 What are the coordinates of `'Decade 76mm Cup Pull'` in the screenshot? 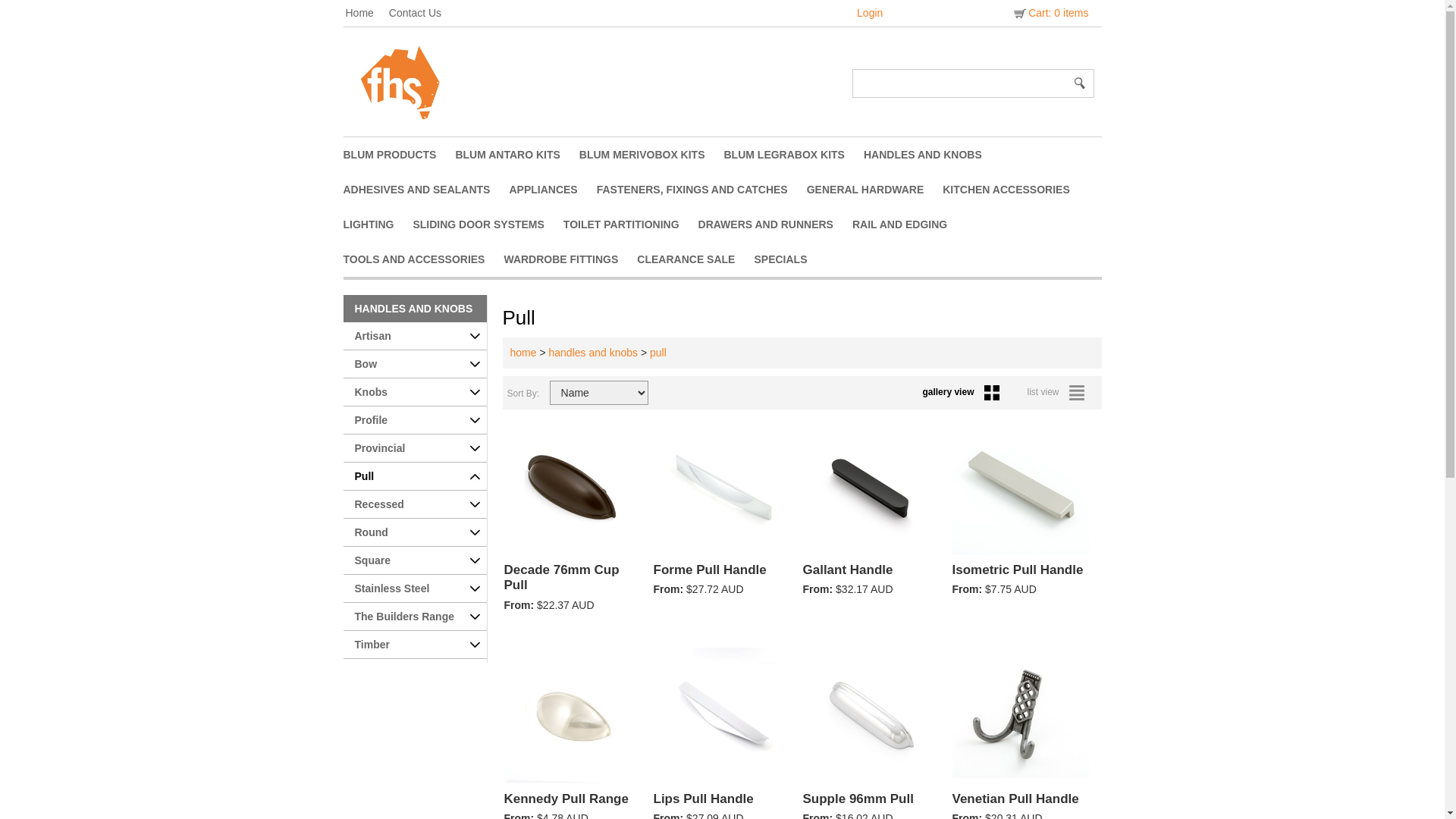 It's located at (573, 586).